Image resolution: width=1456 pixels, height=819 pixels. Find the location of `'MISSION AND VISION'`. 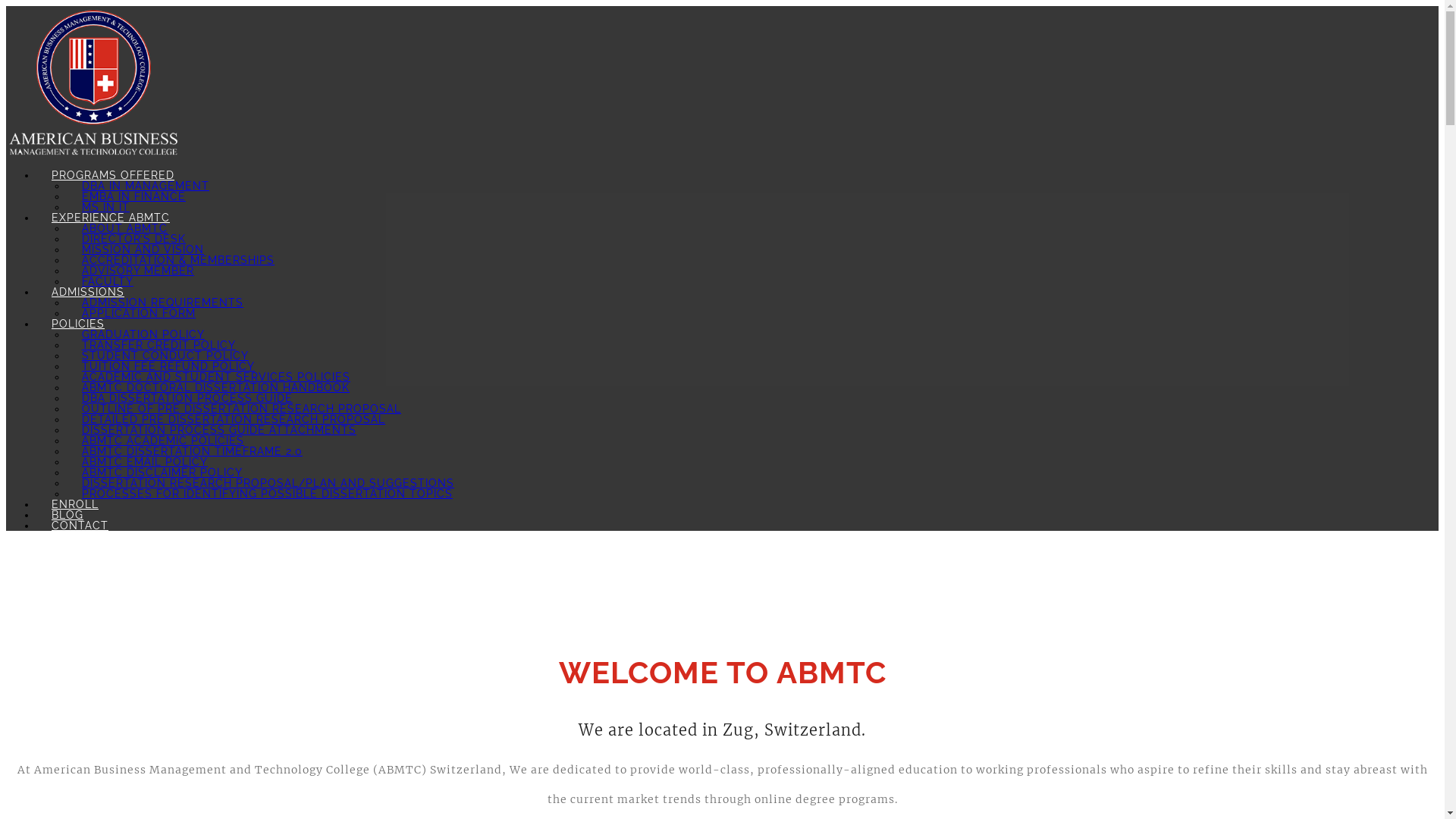

'MISSION AND VISION' is located at coordinates (143, 248).